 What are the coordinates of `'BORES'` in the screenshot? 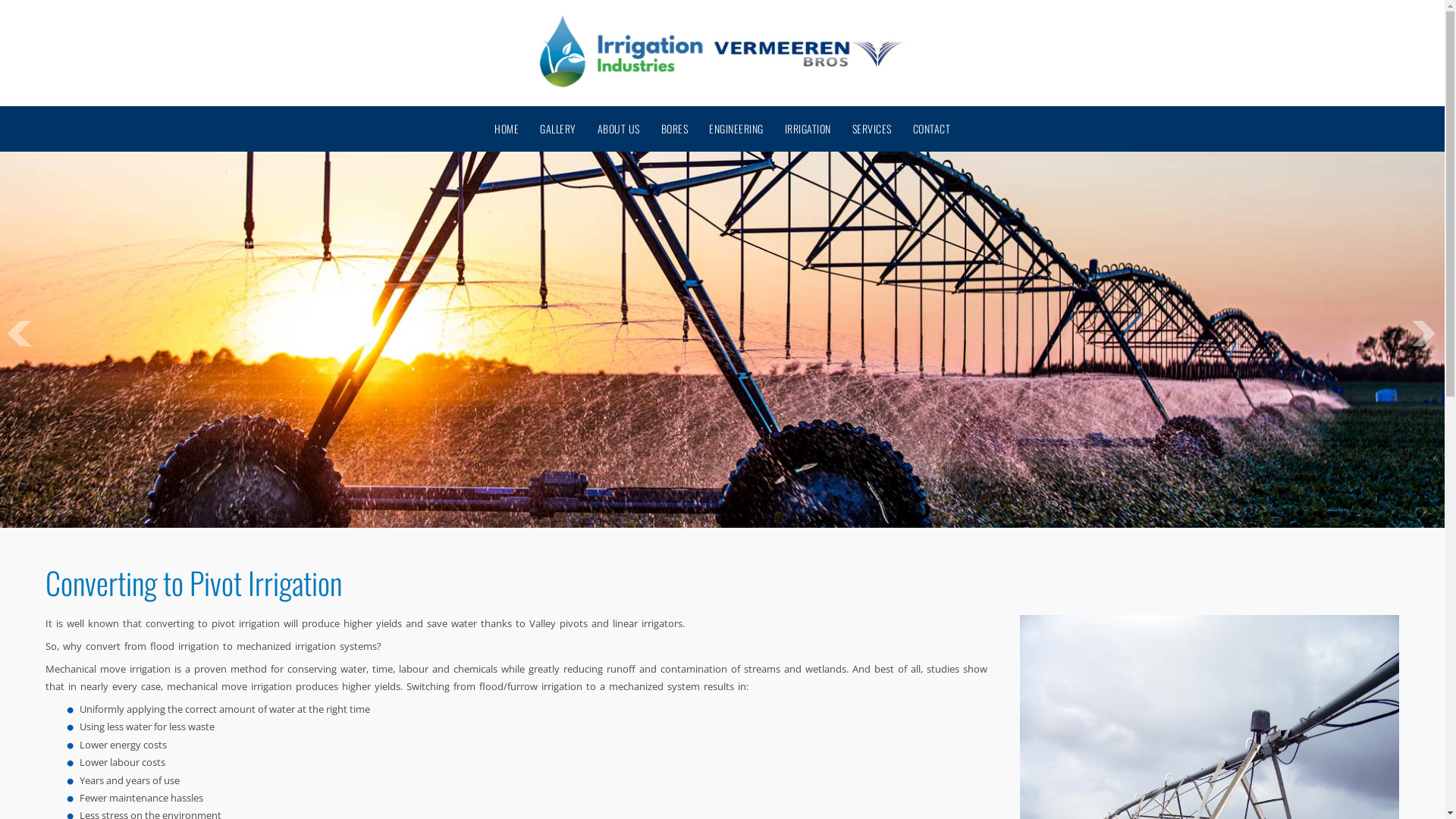 It's located at (673, 127).